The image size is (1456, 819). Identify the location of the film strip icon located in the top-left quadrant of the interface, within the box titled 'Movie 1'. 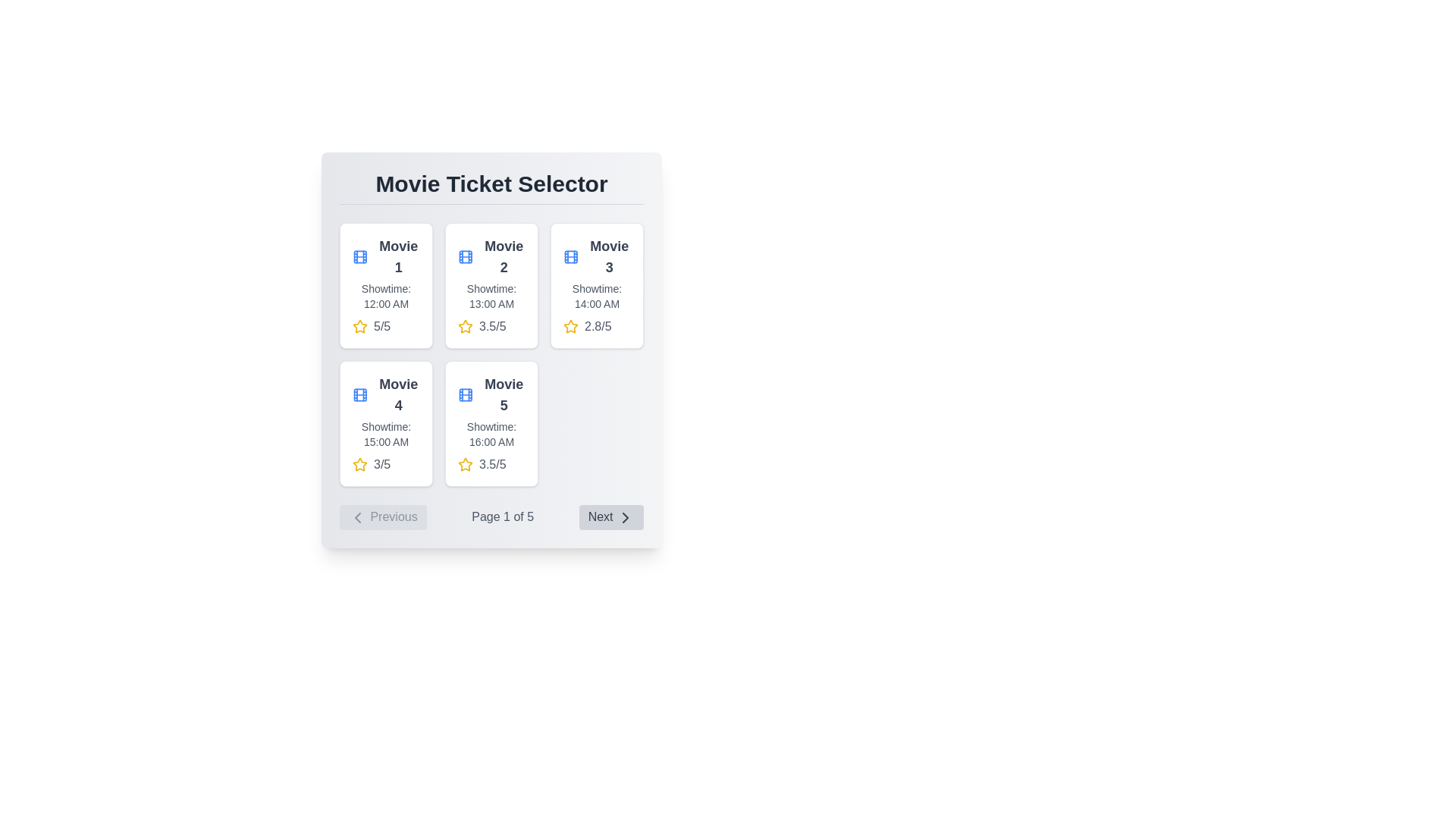
(359, 256).